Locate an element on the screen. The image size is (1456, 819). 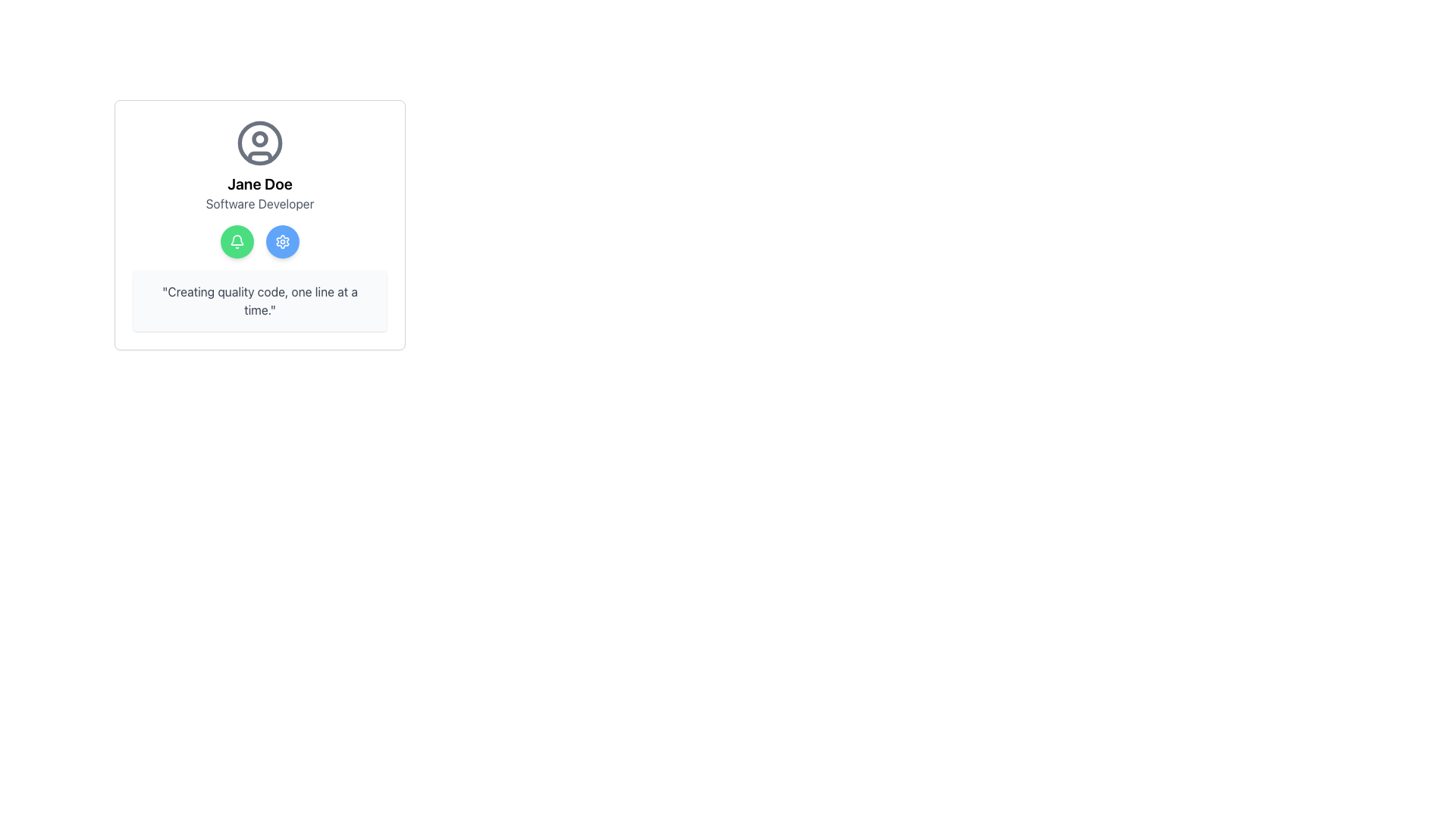
the cogwheel icon located within the second circular icon from the left, beneath the text 'Jane Doe' and above the quote is located at coordinates (283, 241).